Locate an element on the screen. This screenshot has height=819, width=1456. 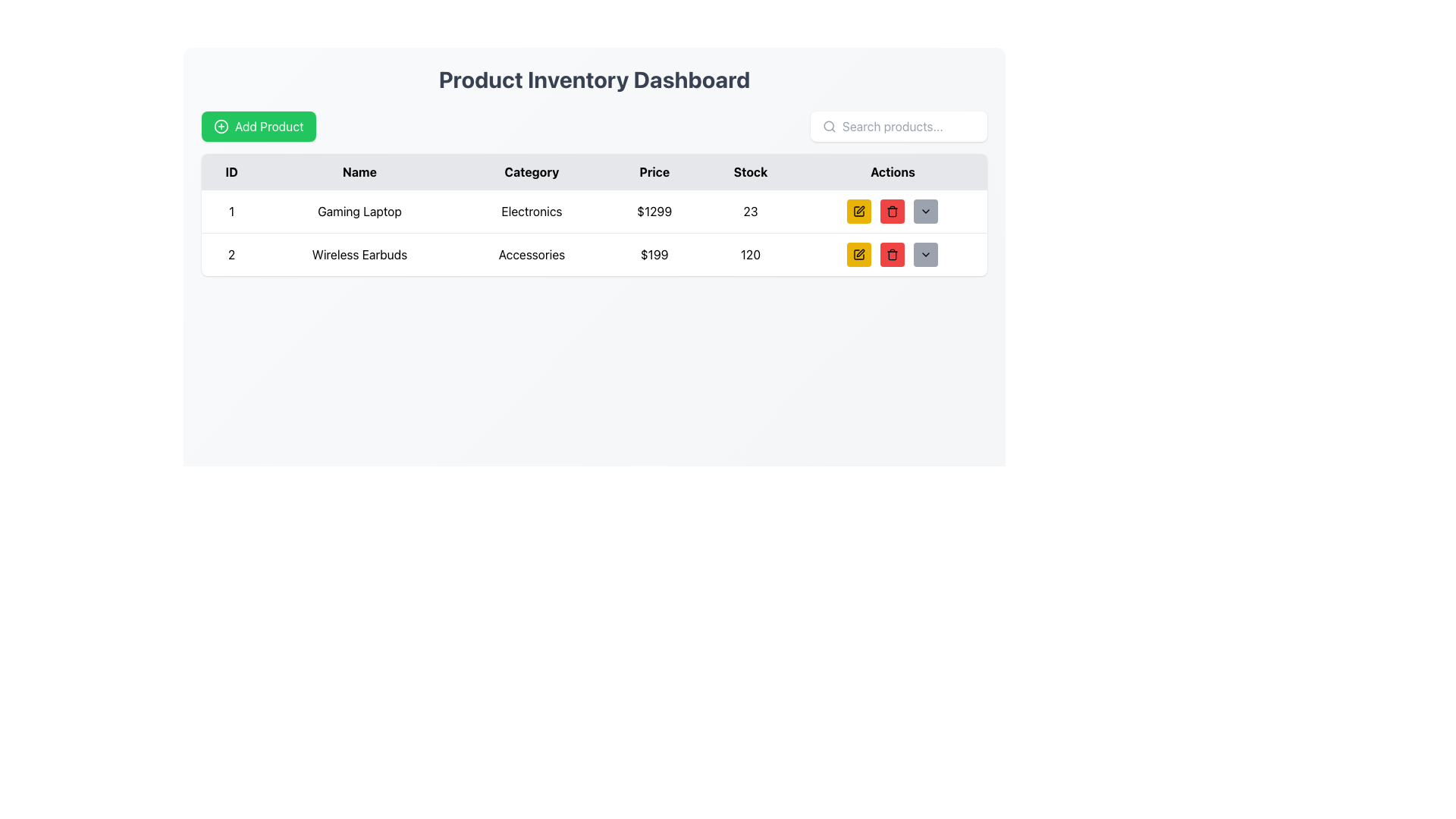
the header label 'Category', which is the third cell in the header row of the table, located between 'Name' and 'Price' in the Product Inventory Dashboard is located at coordinates (532, 171).